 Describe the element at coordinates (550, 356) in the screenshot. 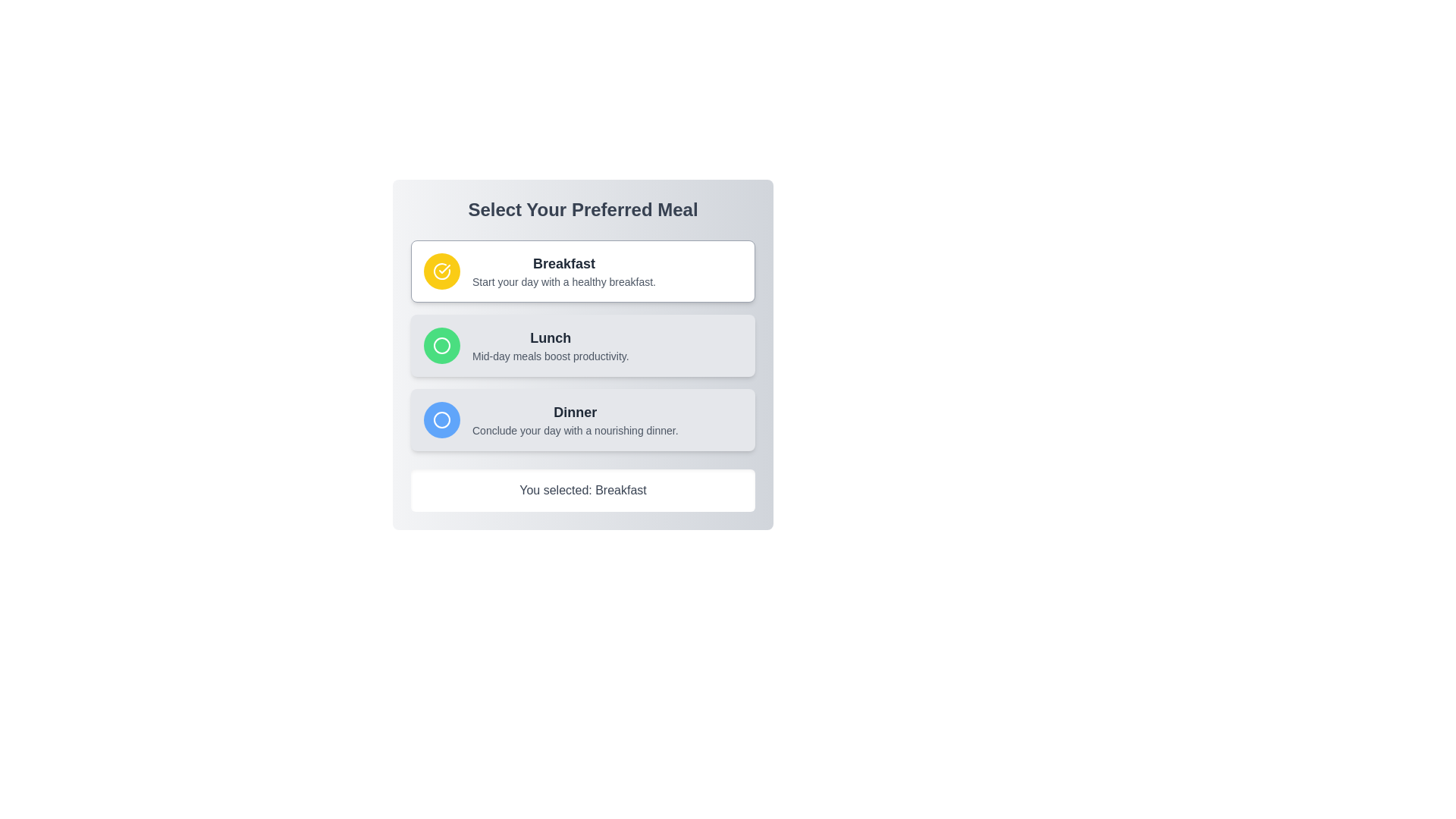

I see `the text label reading 'Mid-day meals boost productivity.' which is styled with a small font size and gray color, located beneath the title 'Lunch'` at that location.